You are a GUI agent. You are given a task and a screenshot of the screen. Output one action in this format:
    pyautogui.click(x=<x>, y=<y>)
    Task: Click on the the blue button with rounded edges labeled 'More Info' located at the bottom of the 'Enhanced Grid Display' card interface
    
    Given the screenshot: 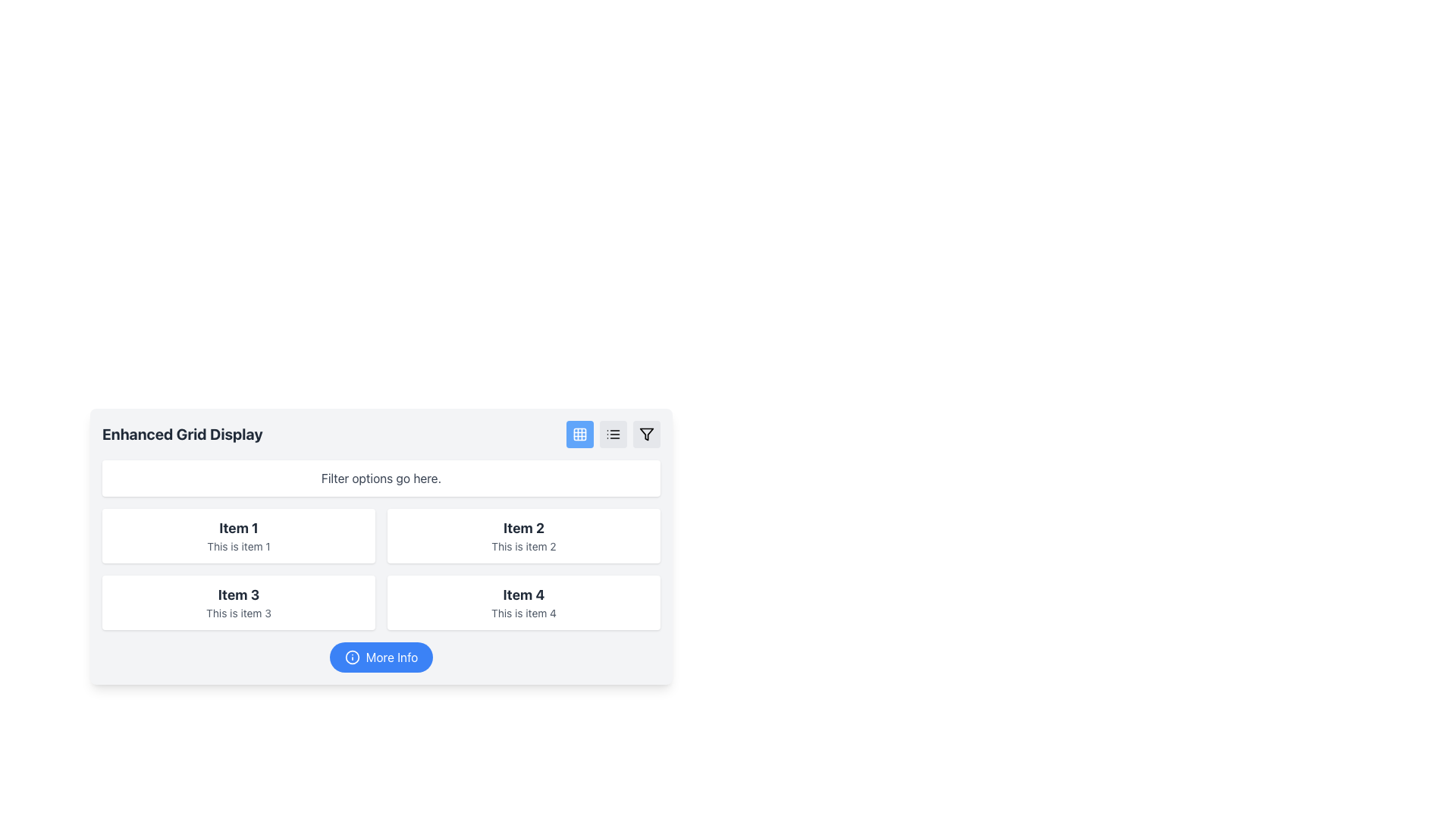 What is the action you would take?
    pyautogui.click(x=381, y=657)
    